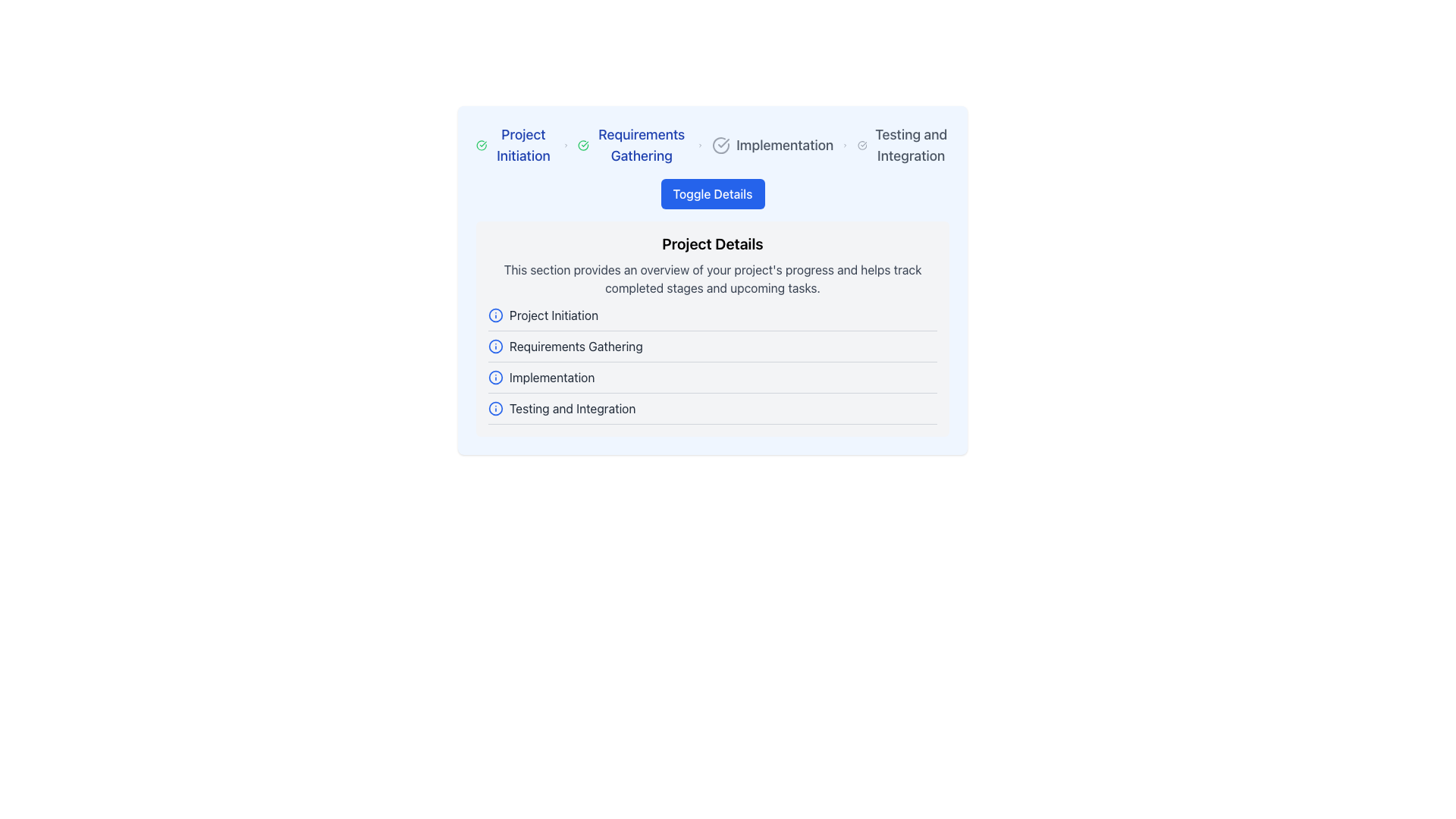  What do you see at coordinates (712, 281) in the screenshot?
I see `the 'Project Details' summary section, which contains a title, description, and stages of the project, to interact with its related elements` at bounding box center [712, 281].